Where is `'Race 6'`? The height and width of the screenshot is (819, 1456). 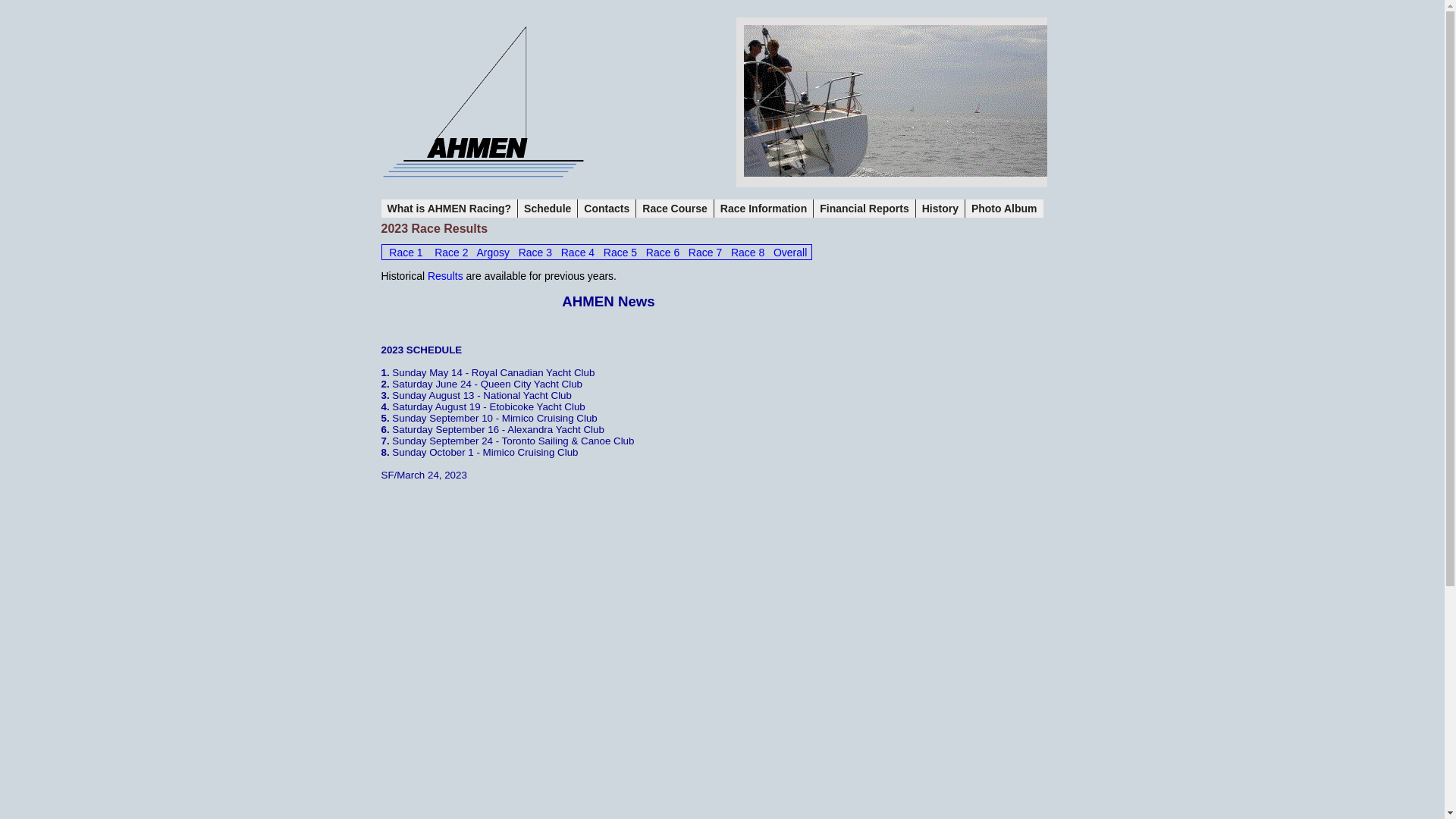
'Race 6' is located at coordinates (662, 251).